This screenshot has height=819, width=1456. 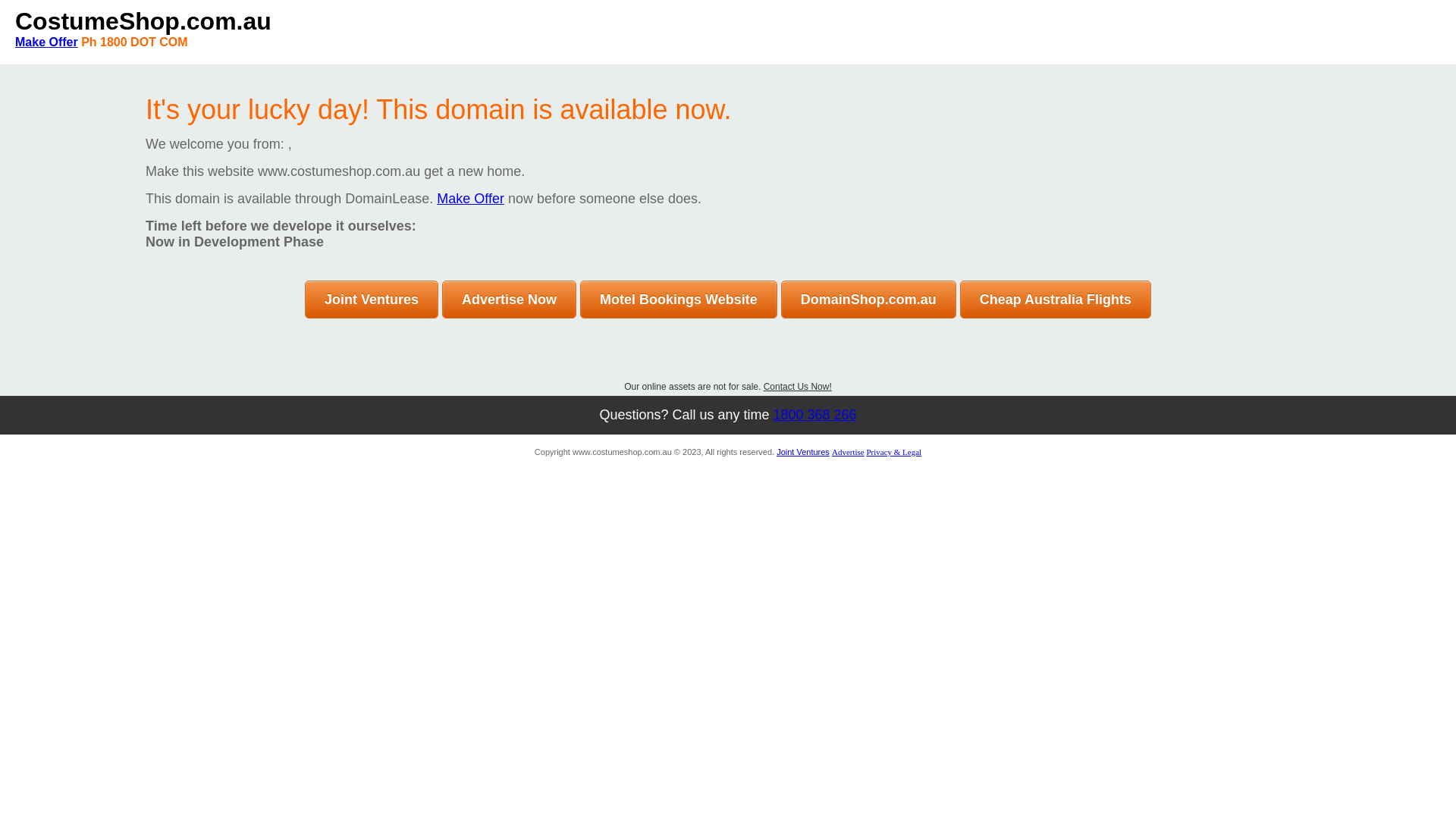 What do you see at coordinates (796, 385) in the screenshot?
I see `'Contact Us Now!'` at bounding box center [796, 385].